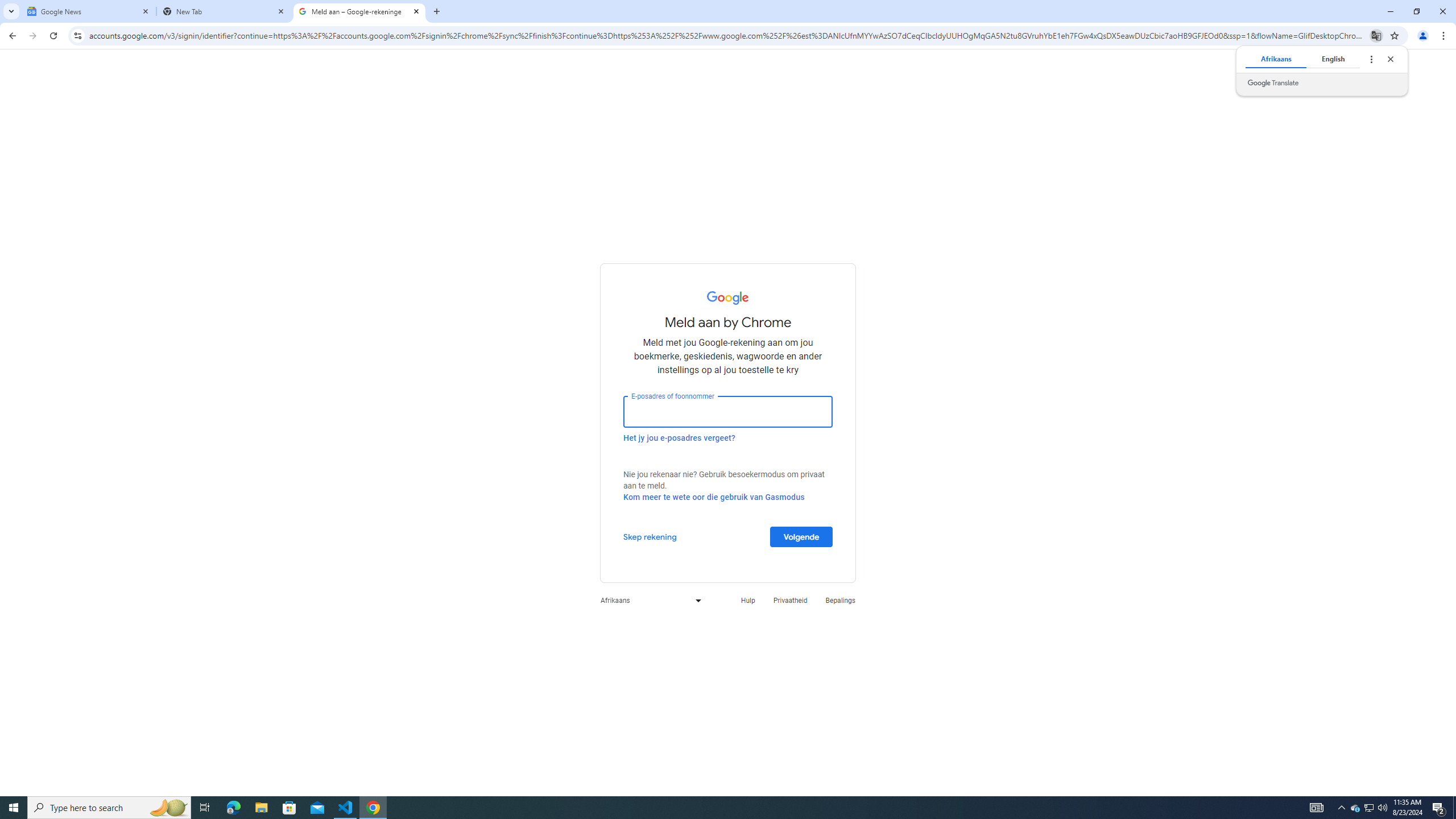 The width and height of the screenshot is (1456, 819). What do you see at coordinates (840, 599) in the screenshot?
I see `'Bepalings'` at bounding box center [840, 599].